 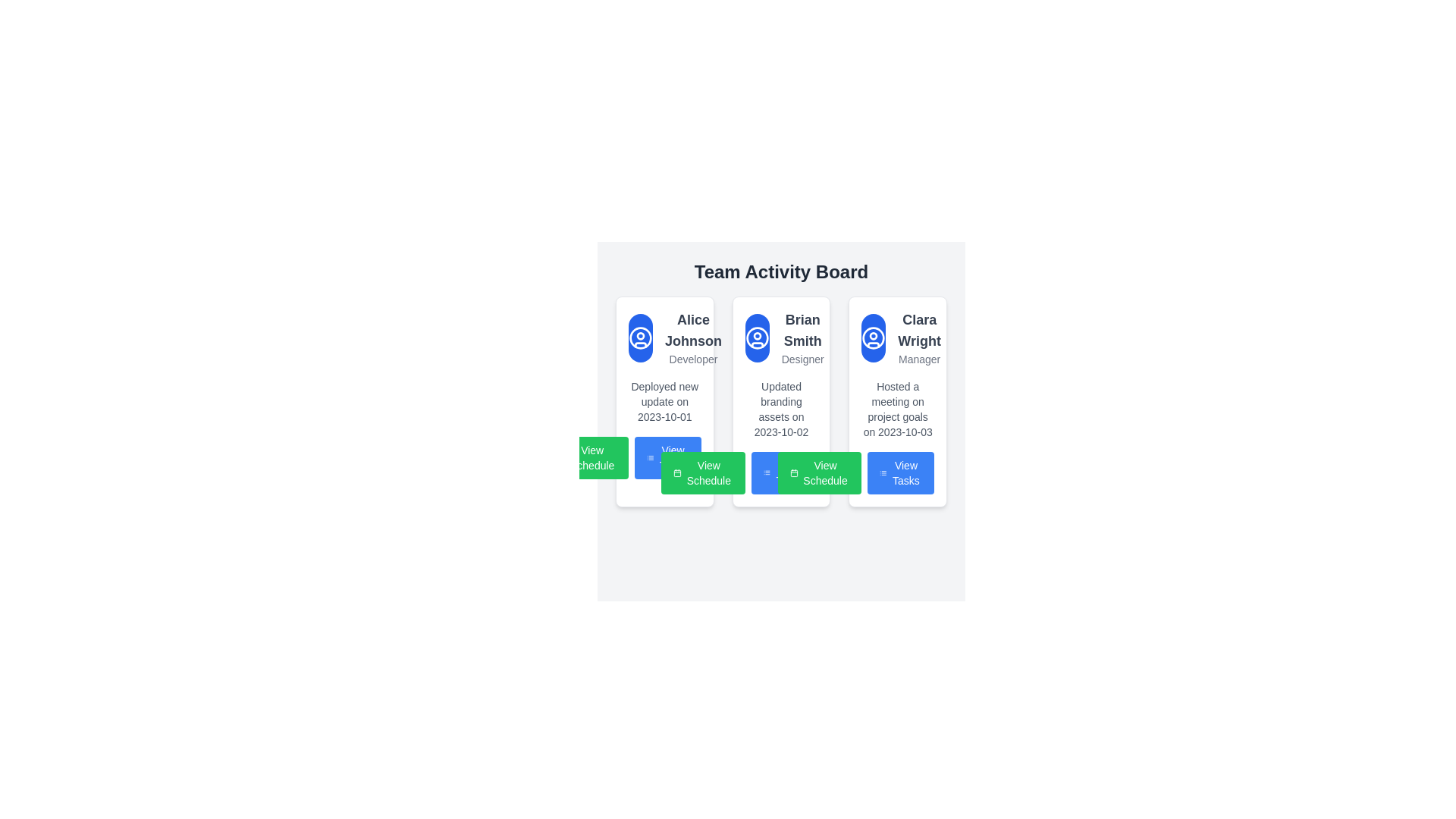 What do you see at coordinates (874, 337) in the screenshot?
I see `the circular vector graphic component that represents the profile icon in the 'Brian Smith' user card` at bounding box center [874, 337].